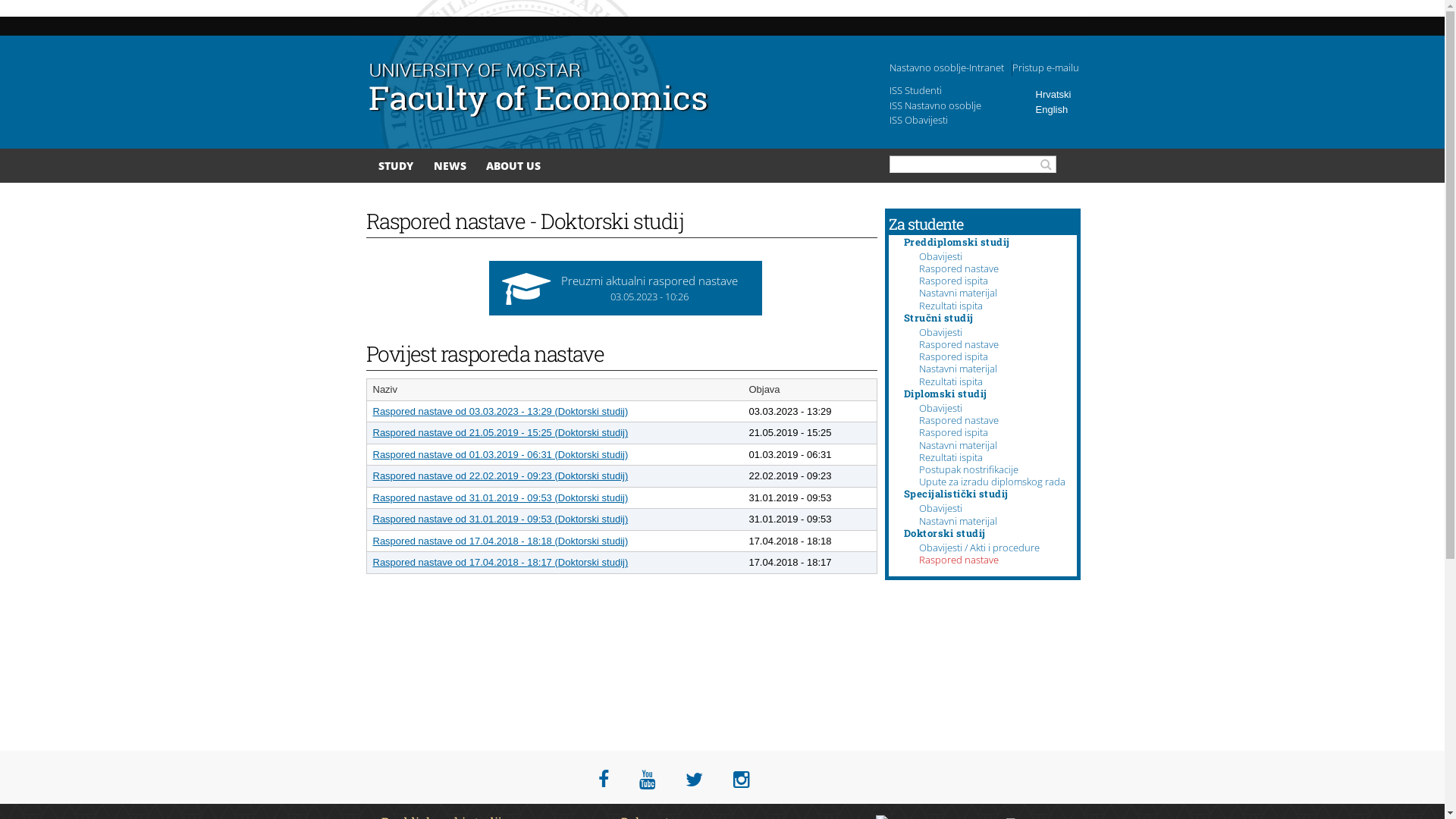  I want to click on 'Preuzmi aktualni raspored nastave, so click(625, 288).